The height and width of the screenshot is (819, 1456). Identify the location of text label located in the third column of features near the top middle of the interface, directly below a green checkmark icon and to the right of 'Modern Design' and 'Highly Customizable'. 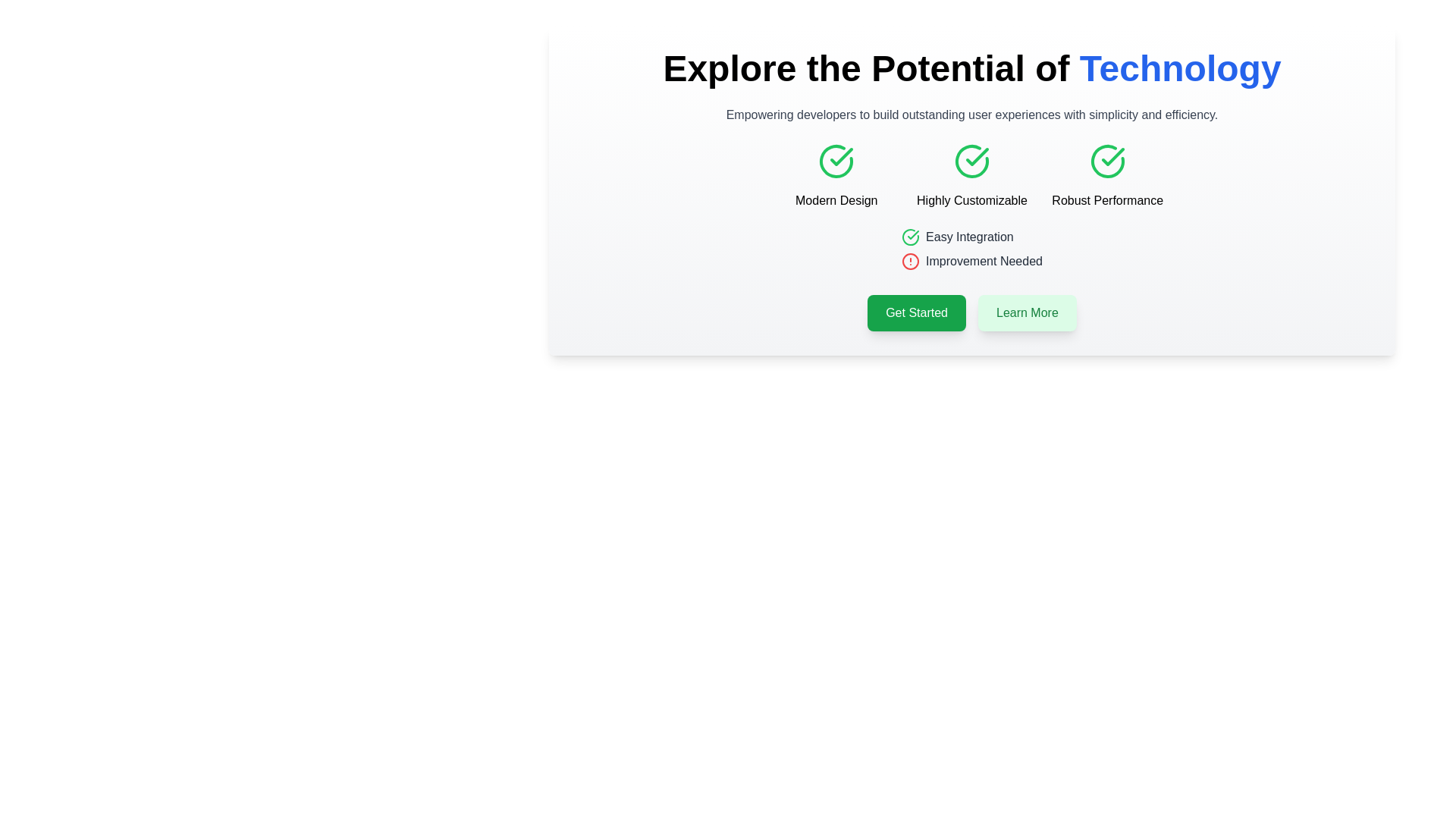
(1107, 200).